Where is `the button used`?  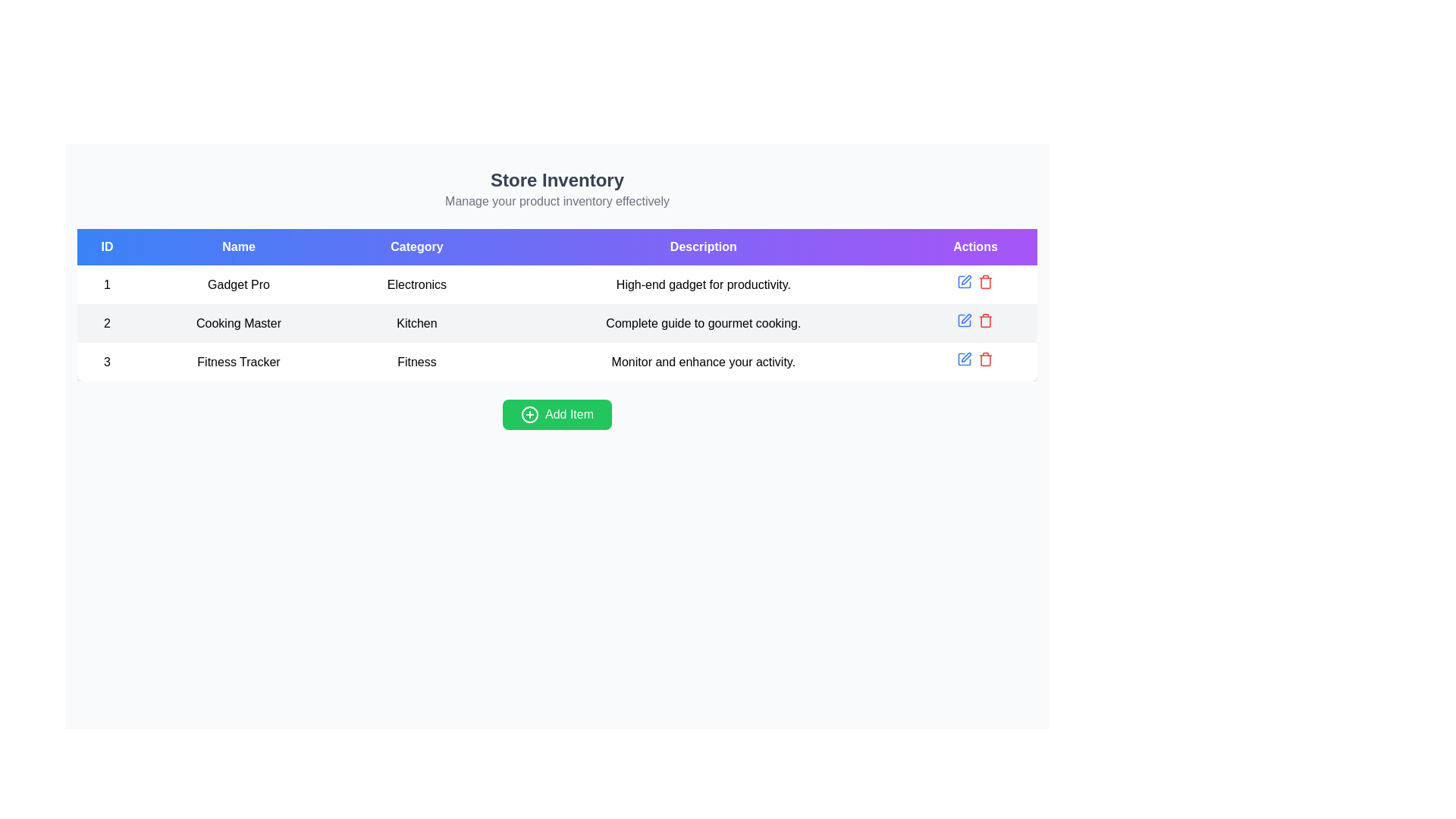 the button used is located at coordinates (556, 415).